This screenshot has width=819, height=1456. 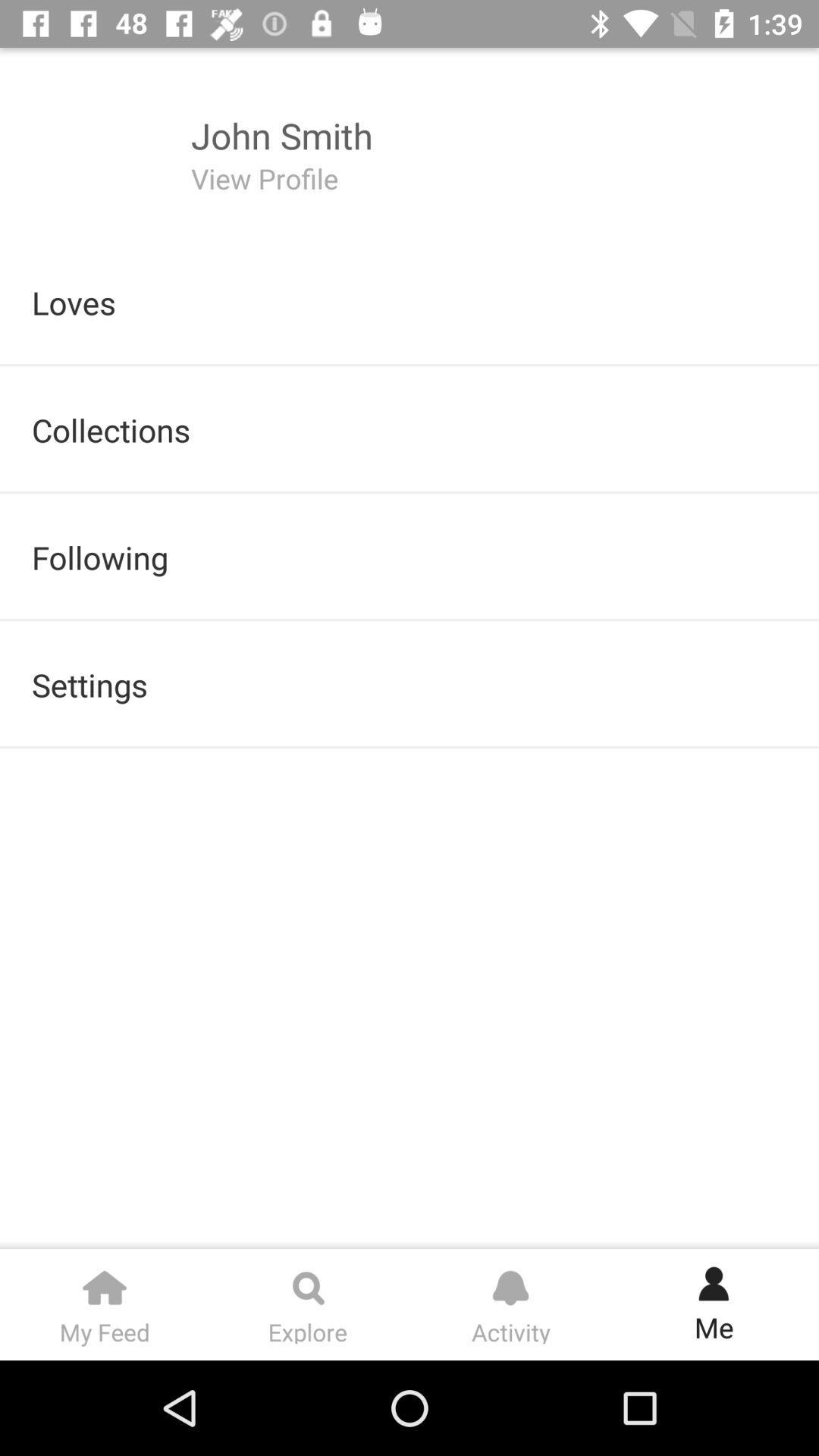 I want to click on the icon left to the text john smith, so click(x=96, y=143).